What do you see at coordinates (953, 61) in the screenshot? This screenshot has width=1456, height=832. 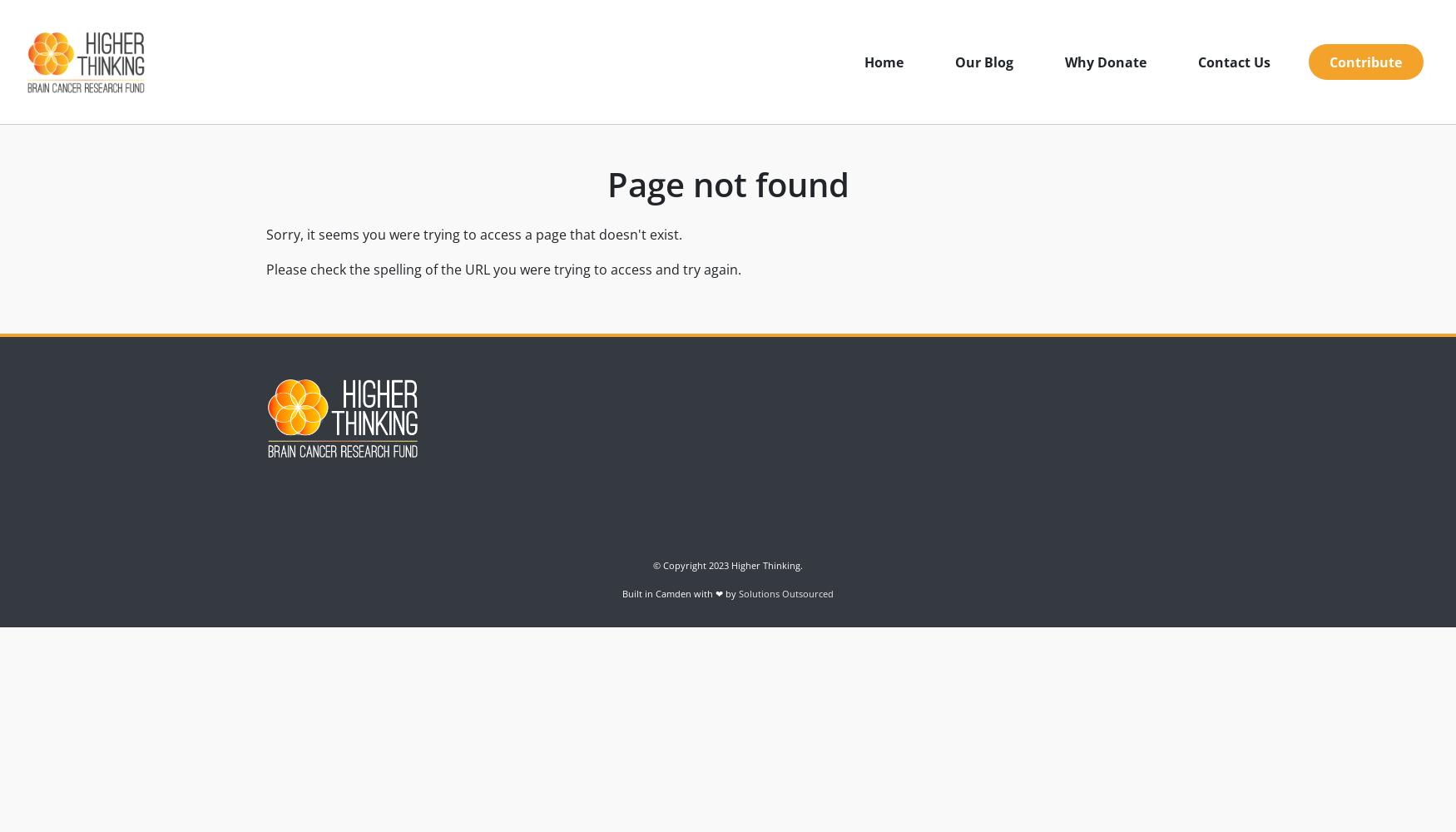 I see `'Our Blog'` at bounding box center [953, 61].